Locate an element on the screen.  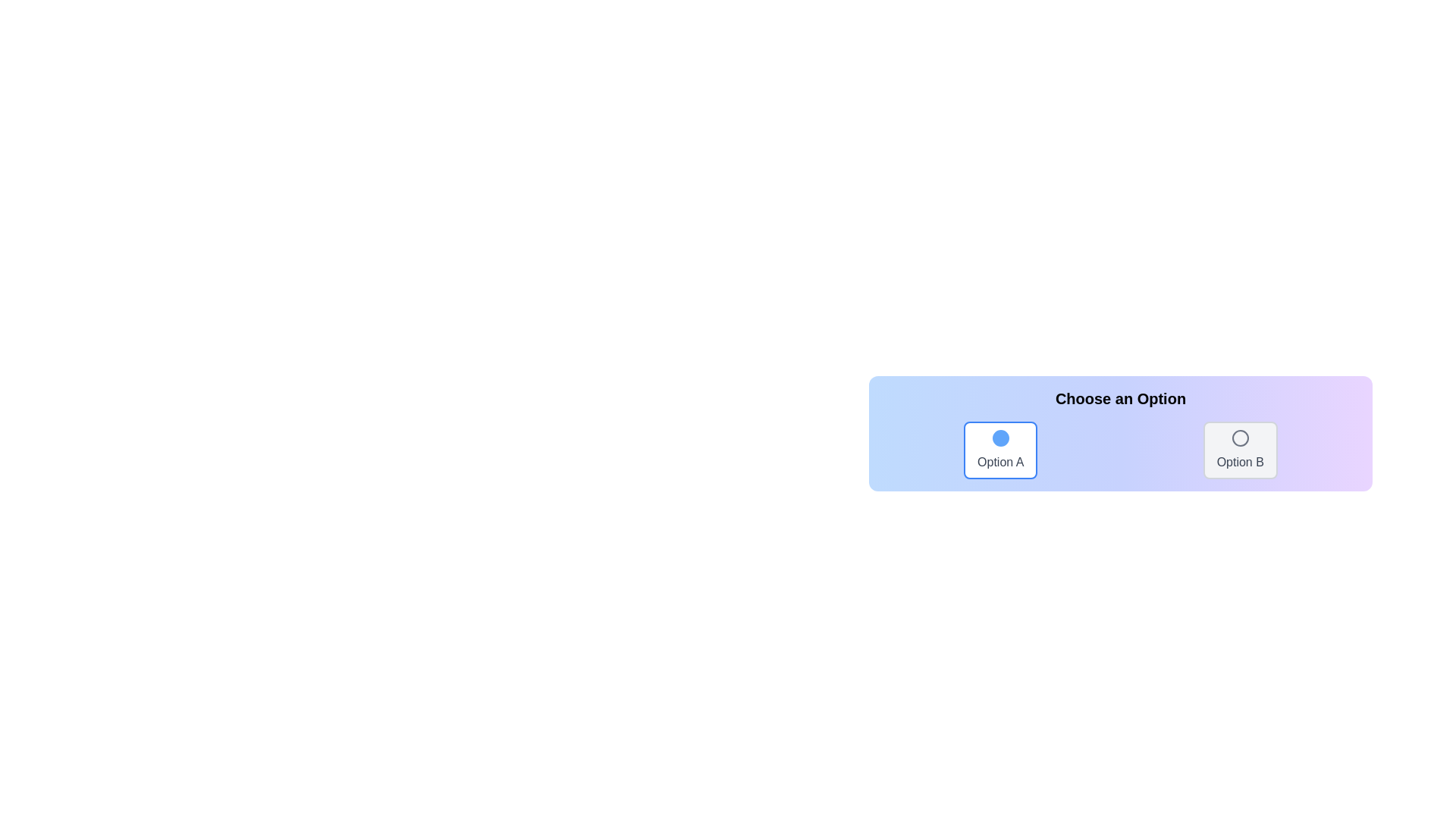
the static text label positioned centrally within the left rectangle labeled 'Option A', directly below the circular indicator is located at coordinates (1000, 461).